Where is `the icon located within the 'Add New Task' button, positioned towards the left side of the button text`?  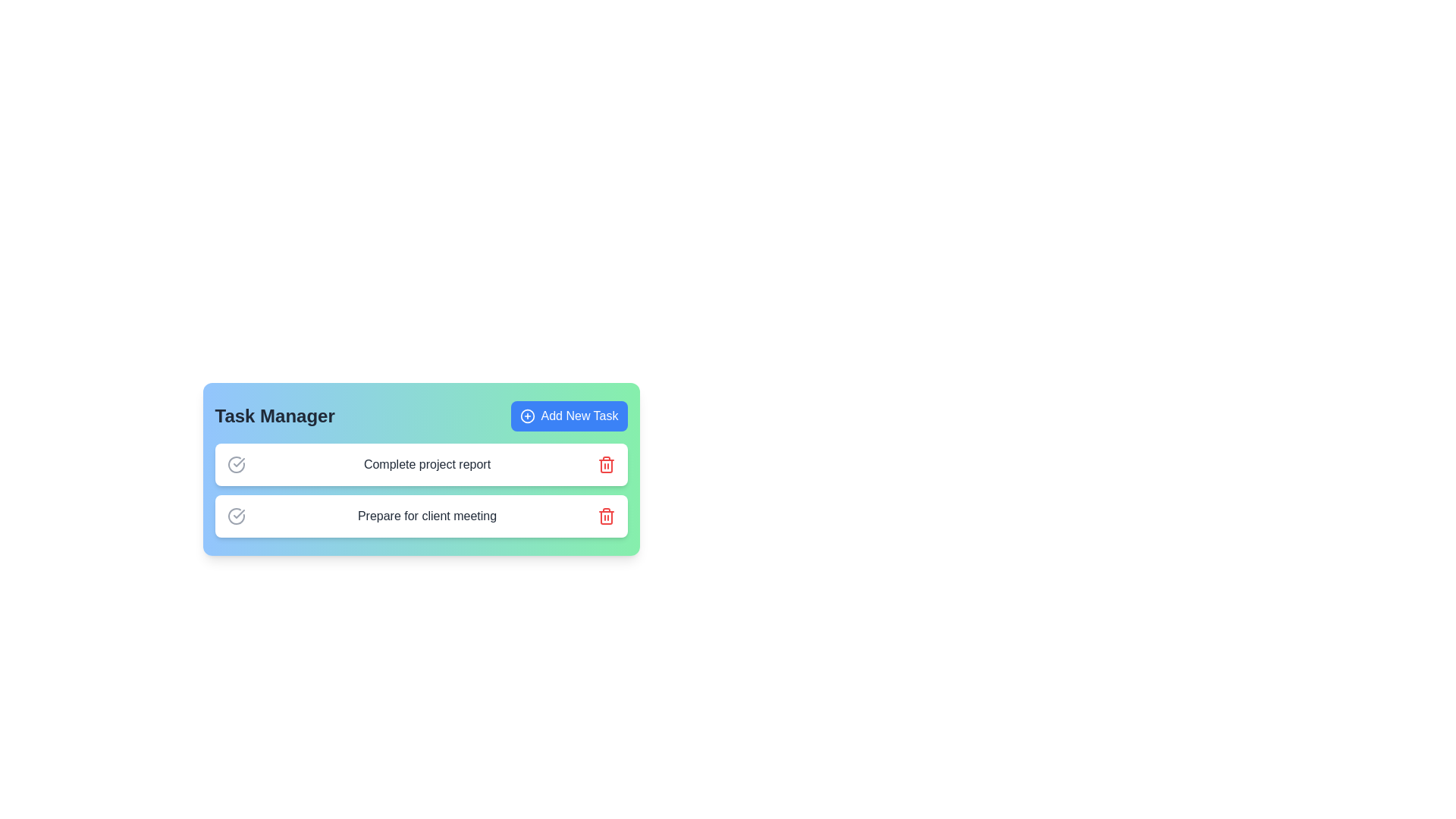
the icon located within the 'Add New Task' button, positioned towards the left side of the button text is located at coordinates (527, 416).